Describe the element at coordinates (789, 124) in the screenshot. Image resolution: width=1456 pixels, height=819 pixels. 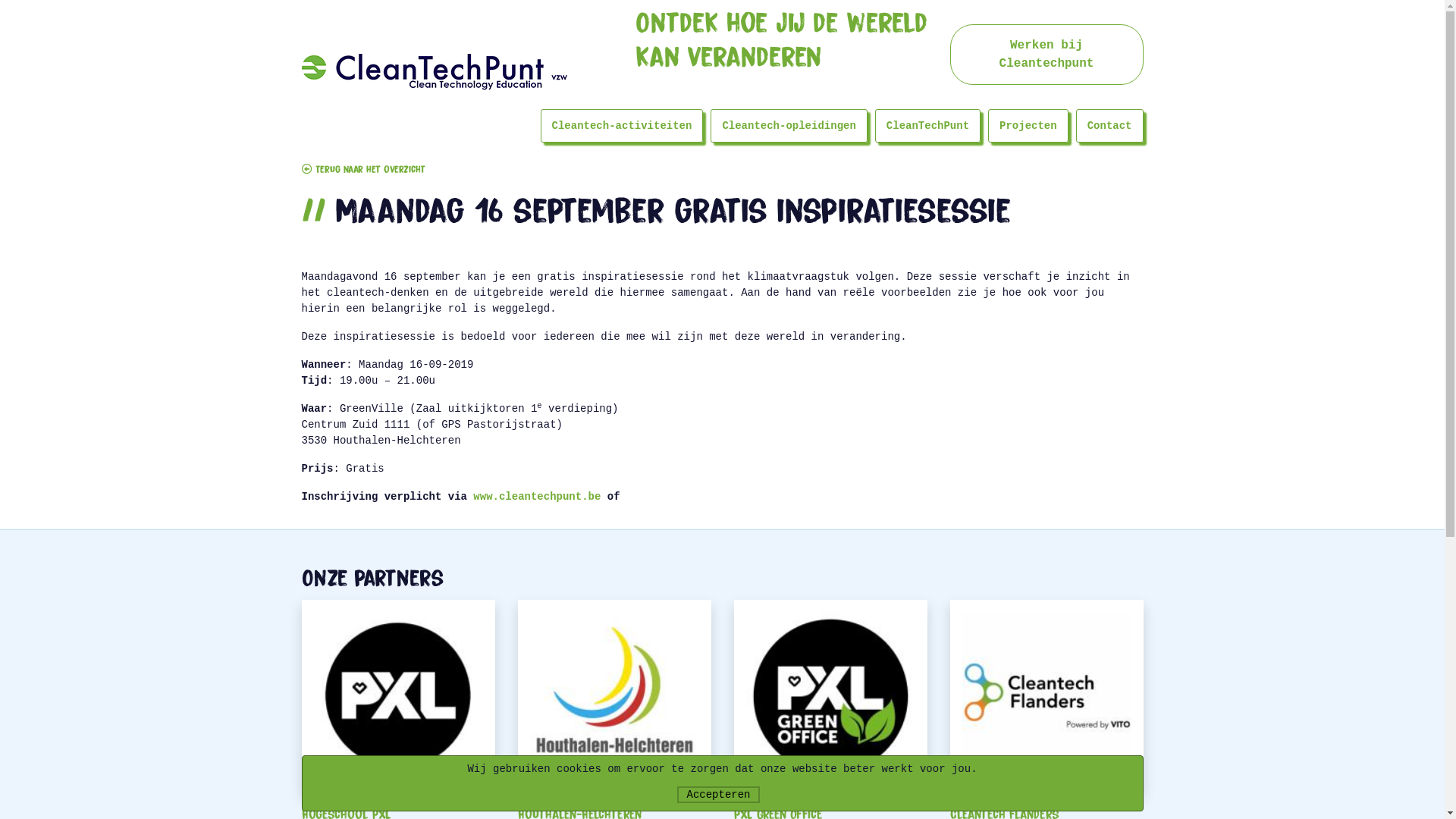
I see `'Cleantech-opleidingen'` at that location.